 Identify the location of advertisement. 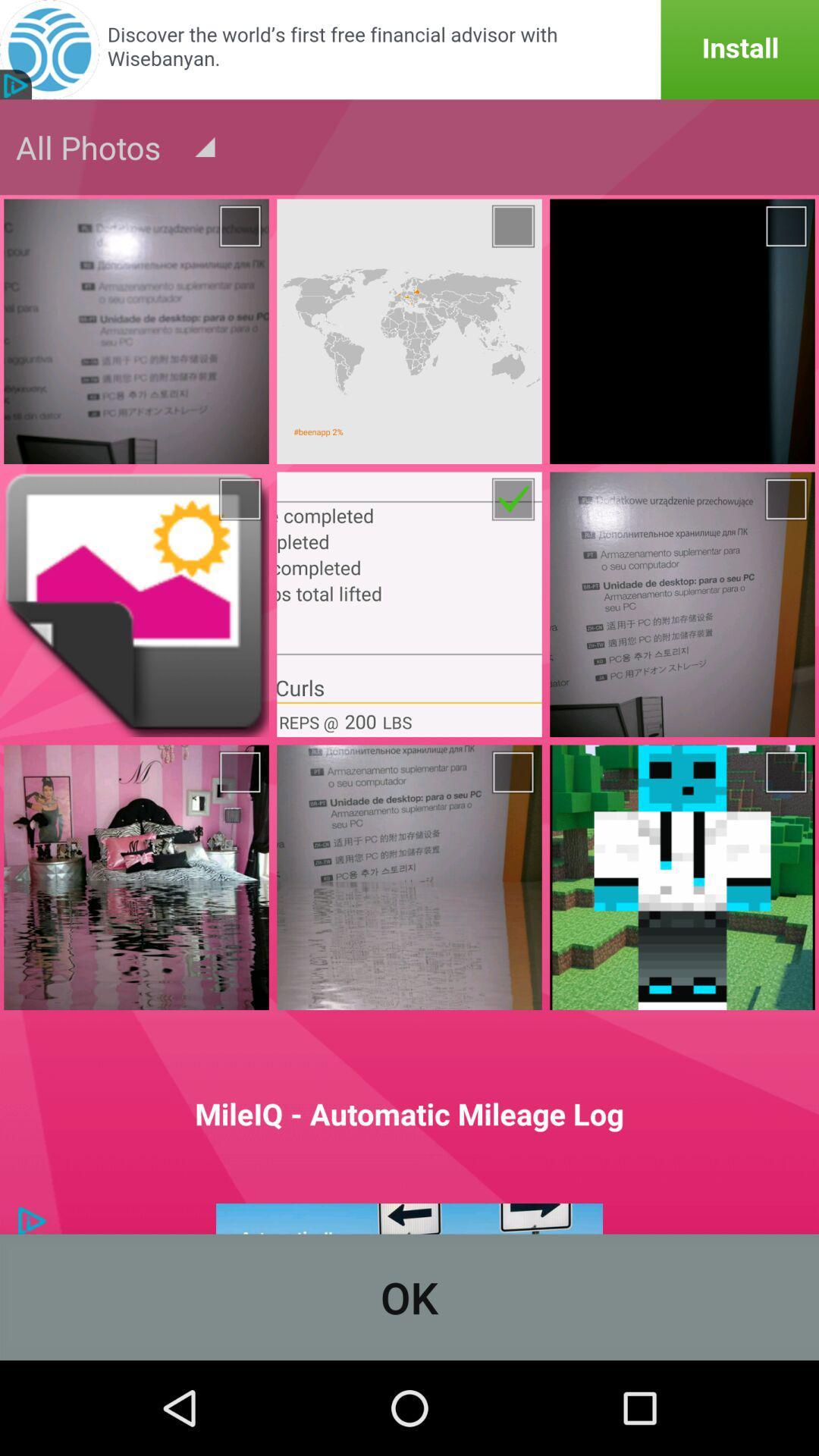
(409, 1219).